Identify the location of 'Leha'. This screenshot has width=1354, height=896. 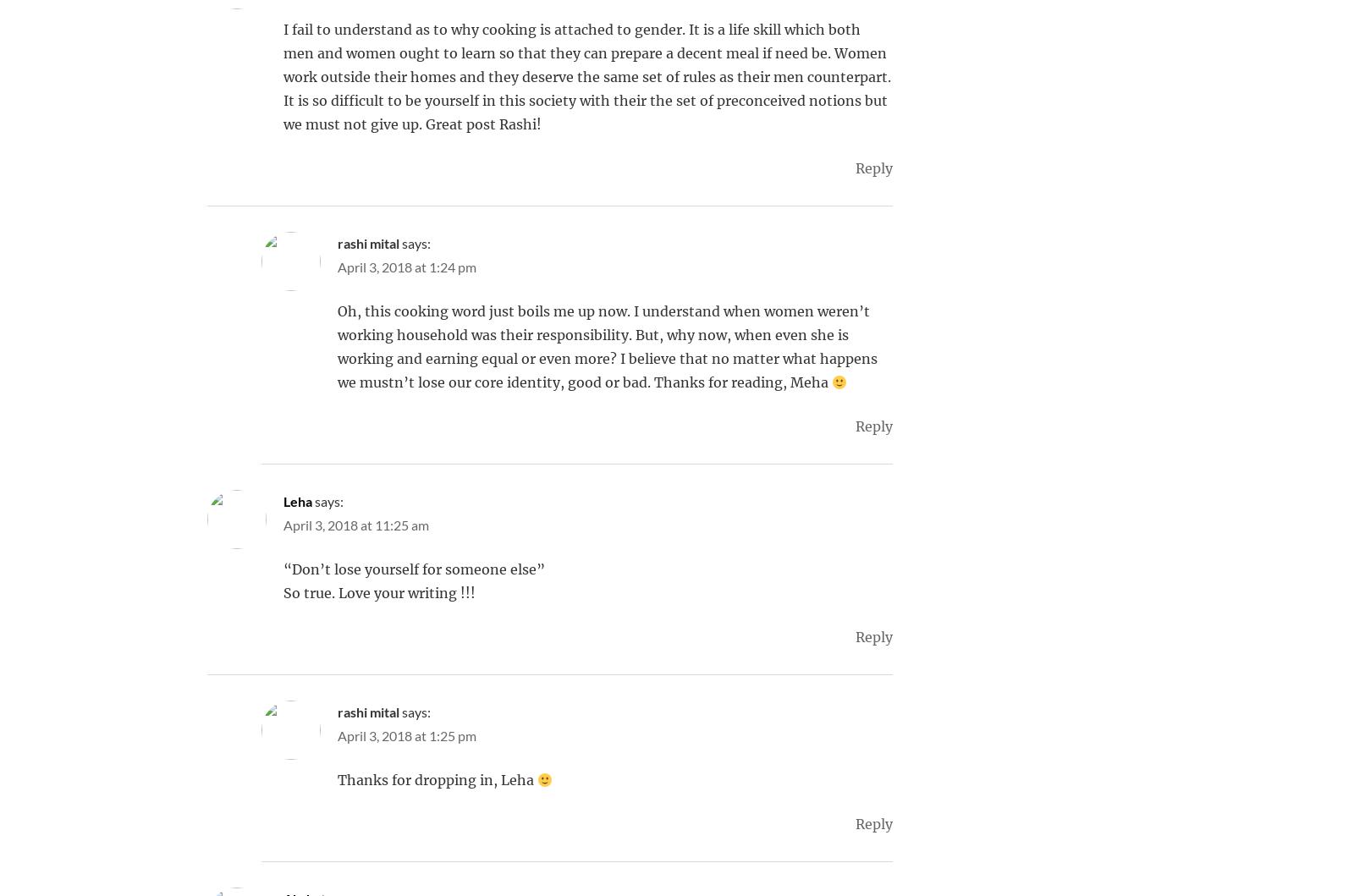
(298, 500).